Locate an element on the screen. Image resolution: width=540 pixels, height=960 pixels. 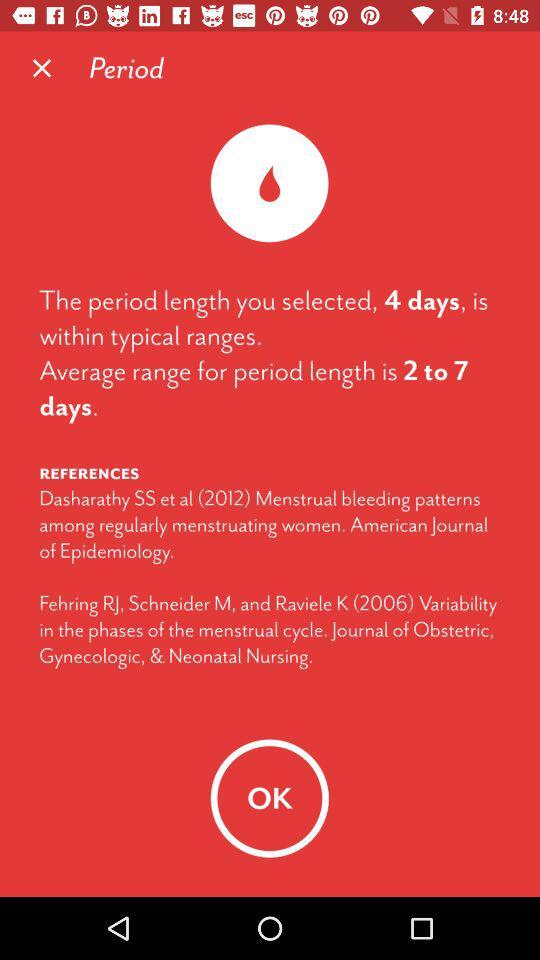
back is located at coordinates (42, 68).